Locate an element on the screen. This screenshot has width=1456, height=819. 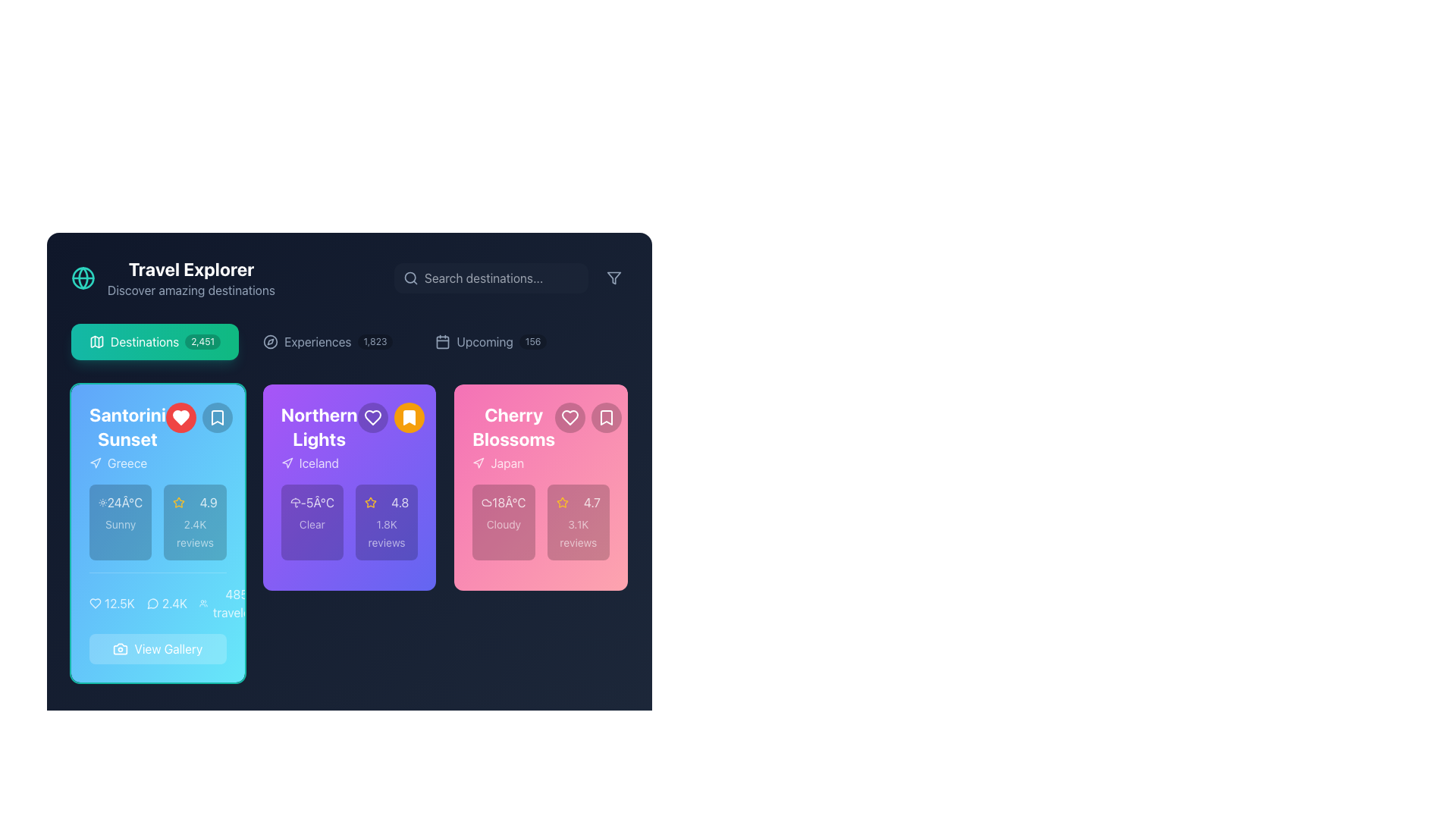
the heart-shaped icon outlined in white with a hollow interior located in the top-right corner of the 'Northern Lights' card to like or favorite the item is located at coordinates (372, 418).